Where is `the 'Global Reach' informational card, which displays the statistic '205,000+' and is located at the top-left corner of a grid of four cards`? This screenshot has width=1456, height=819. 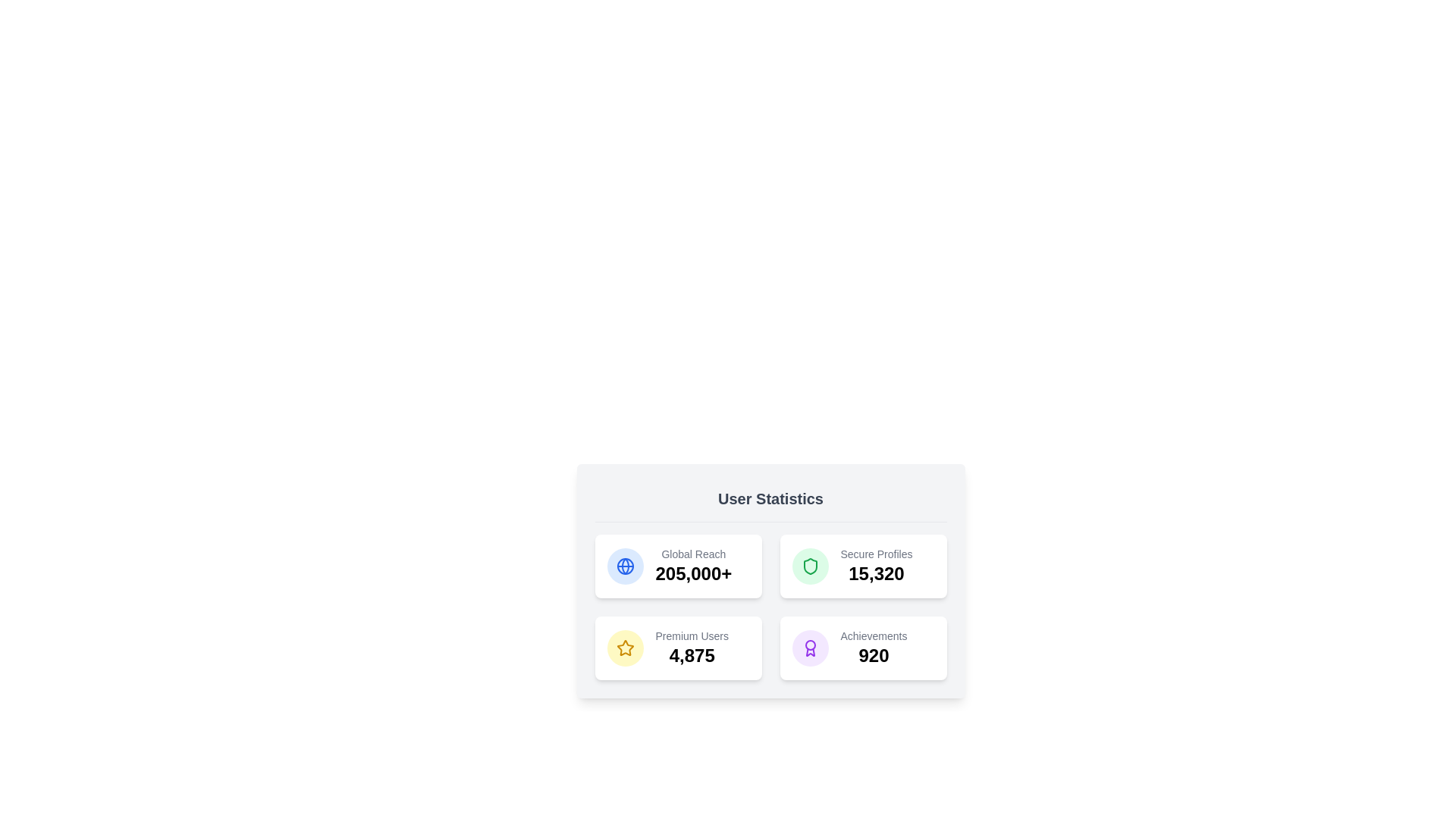
the 'Global Reach' informational card, which displays the statistic '205,000+' and is located at the top-left corner of a grid of four cards is located at coordinates (677, 566).